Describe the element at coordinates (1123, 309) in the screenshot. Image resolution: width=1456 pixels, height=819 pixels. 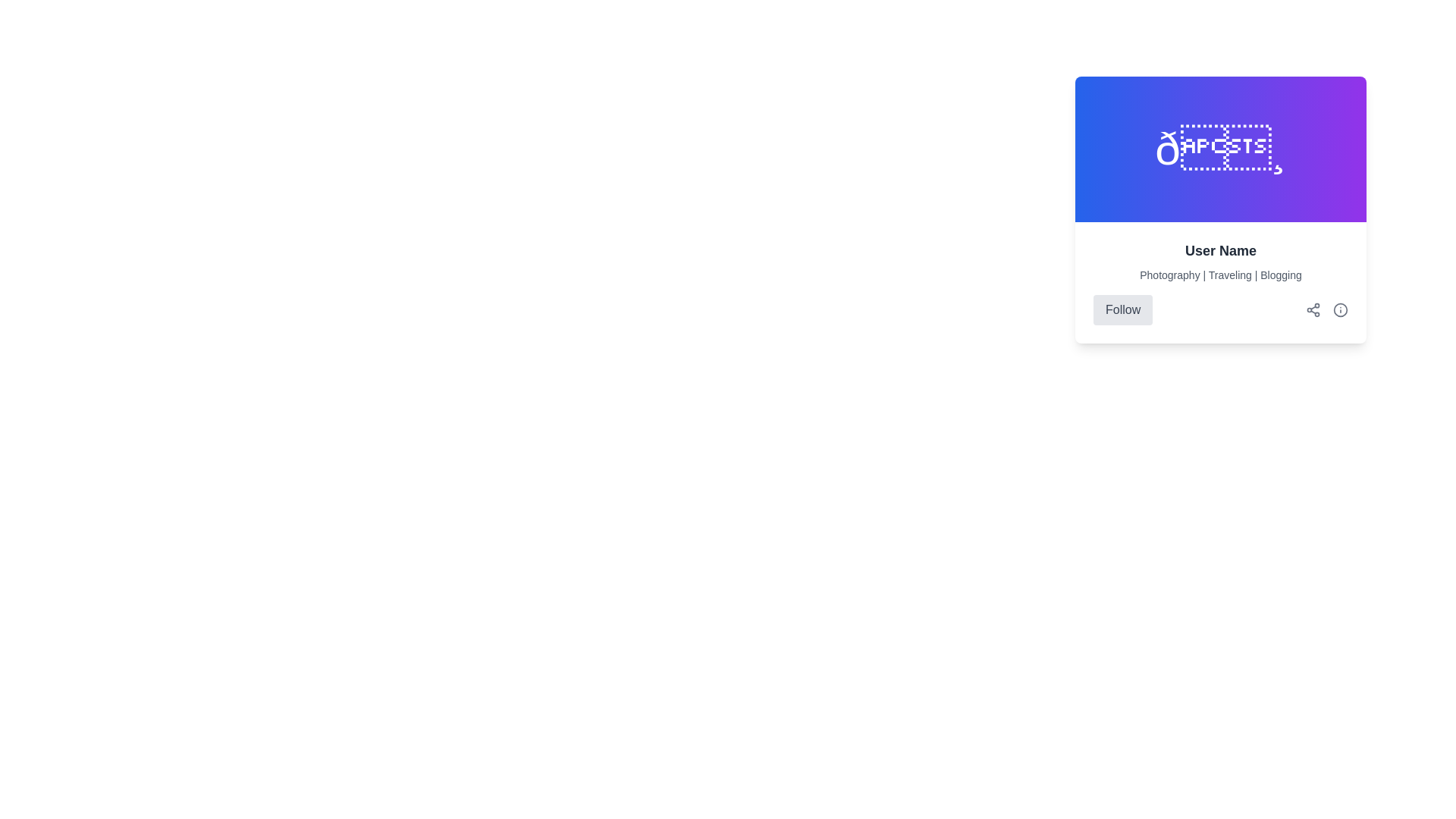
I see `the 'Follow' button, which is a rectangular button with soft rounded edges and dark gray text on a light gray background, located below the user's profile information` at that location.